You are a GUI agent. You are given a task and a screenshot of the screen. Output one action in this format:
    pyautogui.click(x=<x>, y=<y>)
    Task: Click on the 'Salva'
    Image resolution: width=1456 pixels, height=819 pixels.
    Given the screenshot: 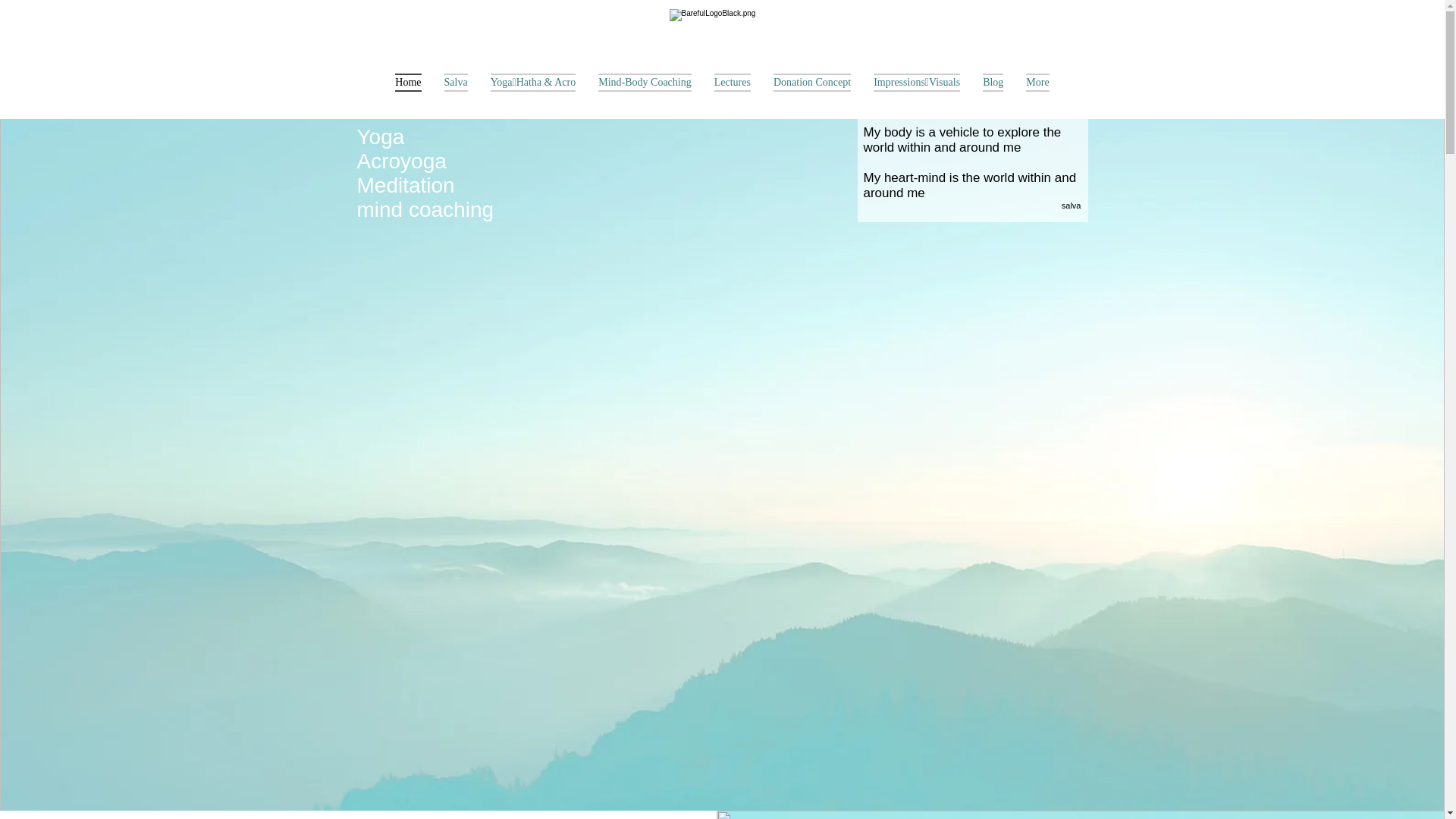 What is the action you would take?
    pyautogui.click(x=455, y=93)
    